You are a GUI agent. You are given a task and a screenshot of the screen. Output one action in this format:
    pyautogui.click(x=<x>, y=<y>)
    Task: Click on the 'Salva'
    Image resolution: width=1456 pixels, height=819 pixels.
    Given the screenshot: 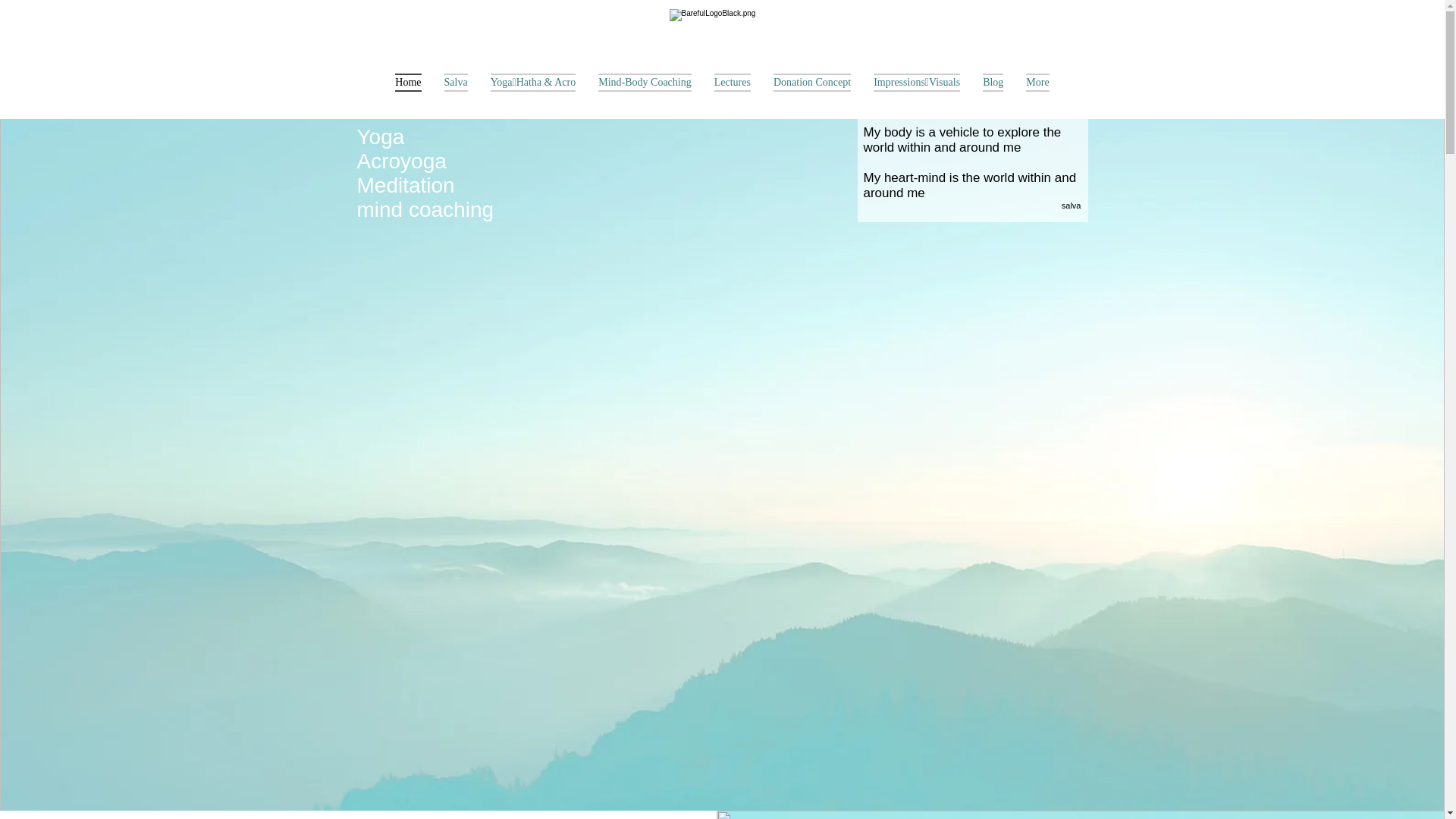 What is the action you would take?
    pyautogui.click(x=455, y=93)
    